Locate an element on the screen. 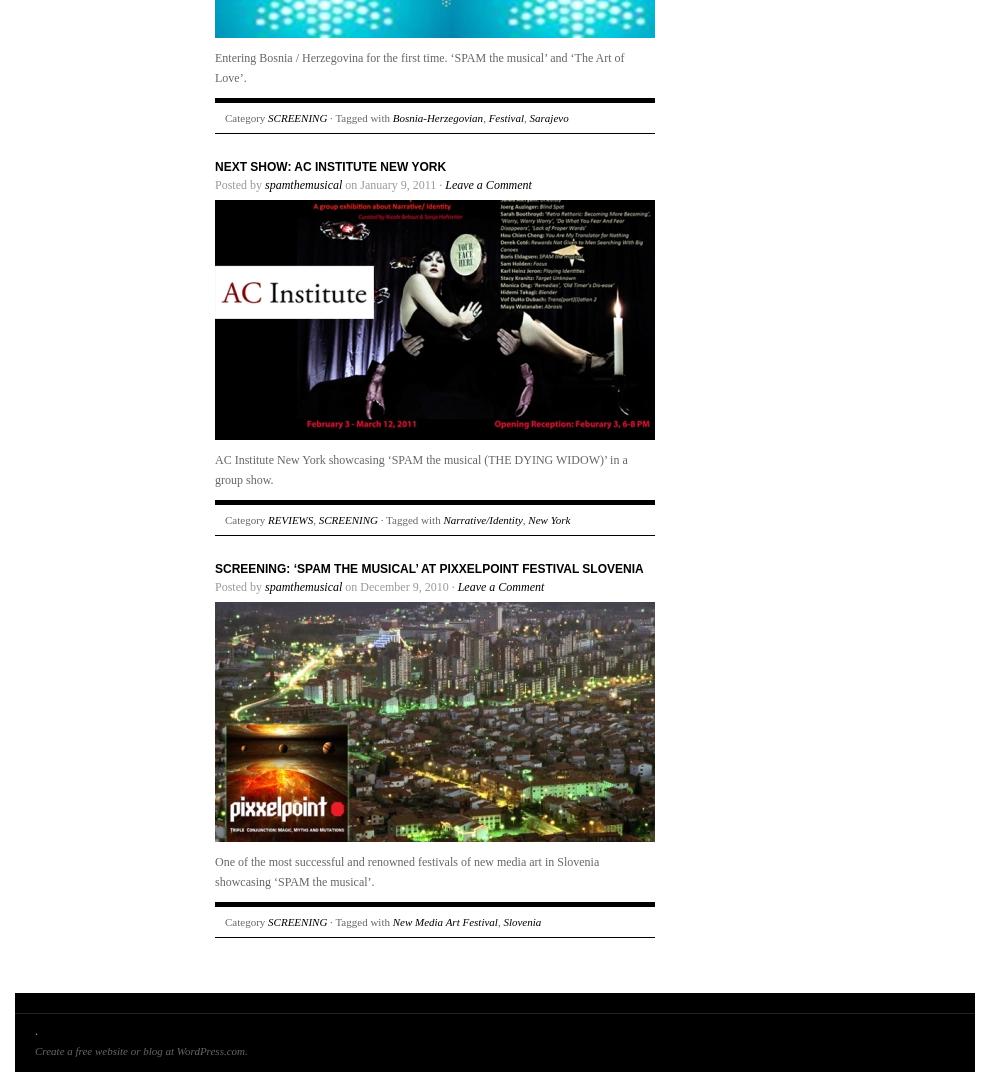  'REVIEWS' is located at coordinates (290, 520).